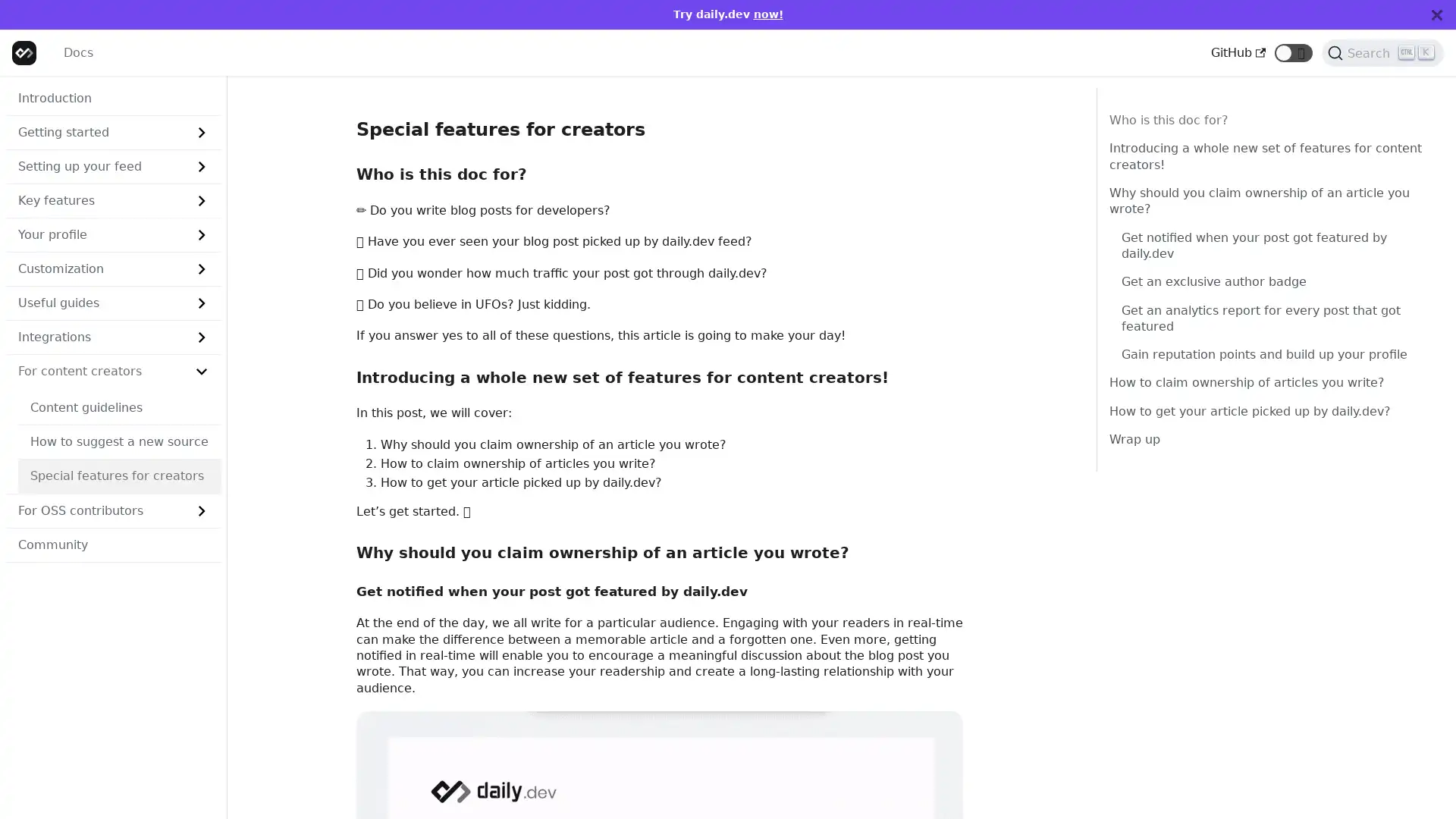  Describe the element at coordinates (1382, 52) in the screenshot. I see `Search` at that location.